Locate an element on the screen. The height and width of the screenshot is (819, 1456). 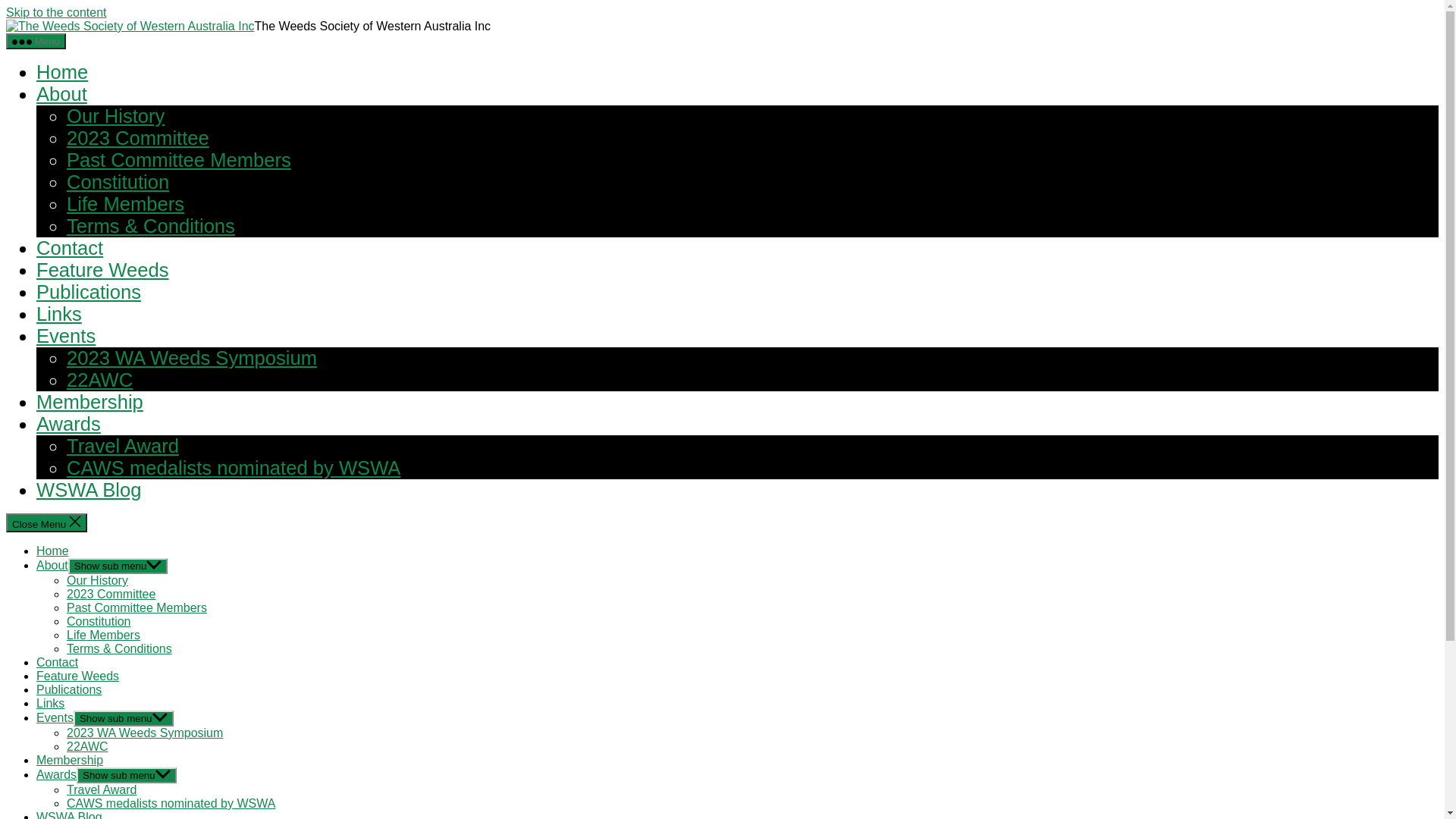
'Events' is located at coordinates (64, 335).